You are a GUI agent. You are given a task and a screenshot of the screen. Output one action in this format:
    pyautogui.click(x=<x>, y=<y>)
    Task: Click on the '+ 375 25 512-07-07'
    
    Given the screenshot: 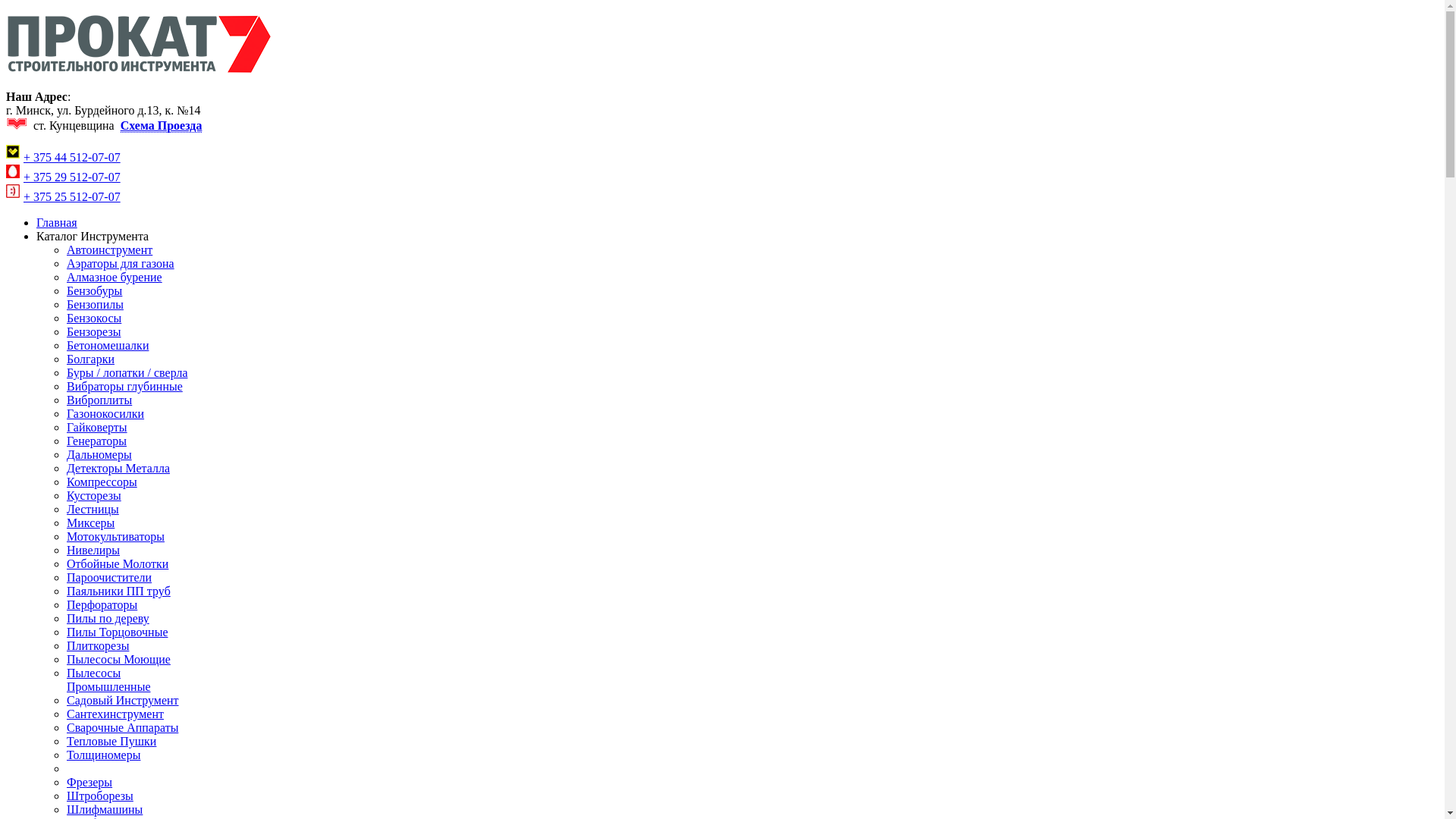 What is the action you would take?
    pyautogui.click(x=71, y=196)
    